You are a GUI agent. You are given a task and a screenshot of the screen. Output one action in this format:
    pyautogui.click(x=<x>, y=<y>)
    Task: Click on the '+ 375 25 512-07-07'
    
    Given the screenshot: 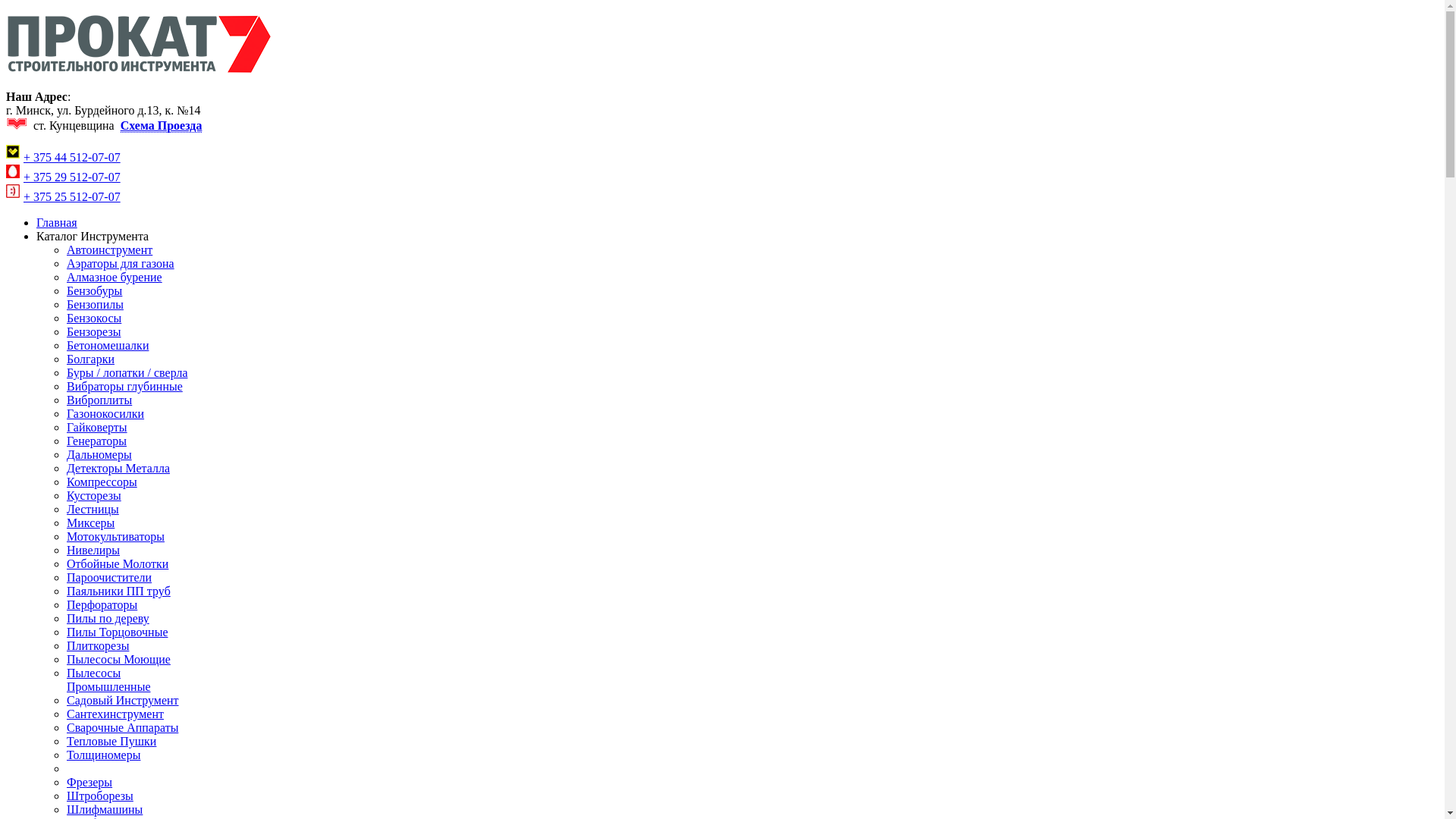 What is the action you would take?
    pyautogui.click(x=71, y=196)
    